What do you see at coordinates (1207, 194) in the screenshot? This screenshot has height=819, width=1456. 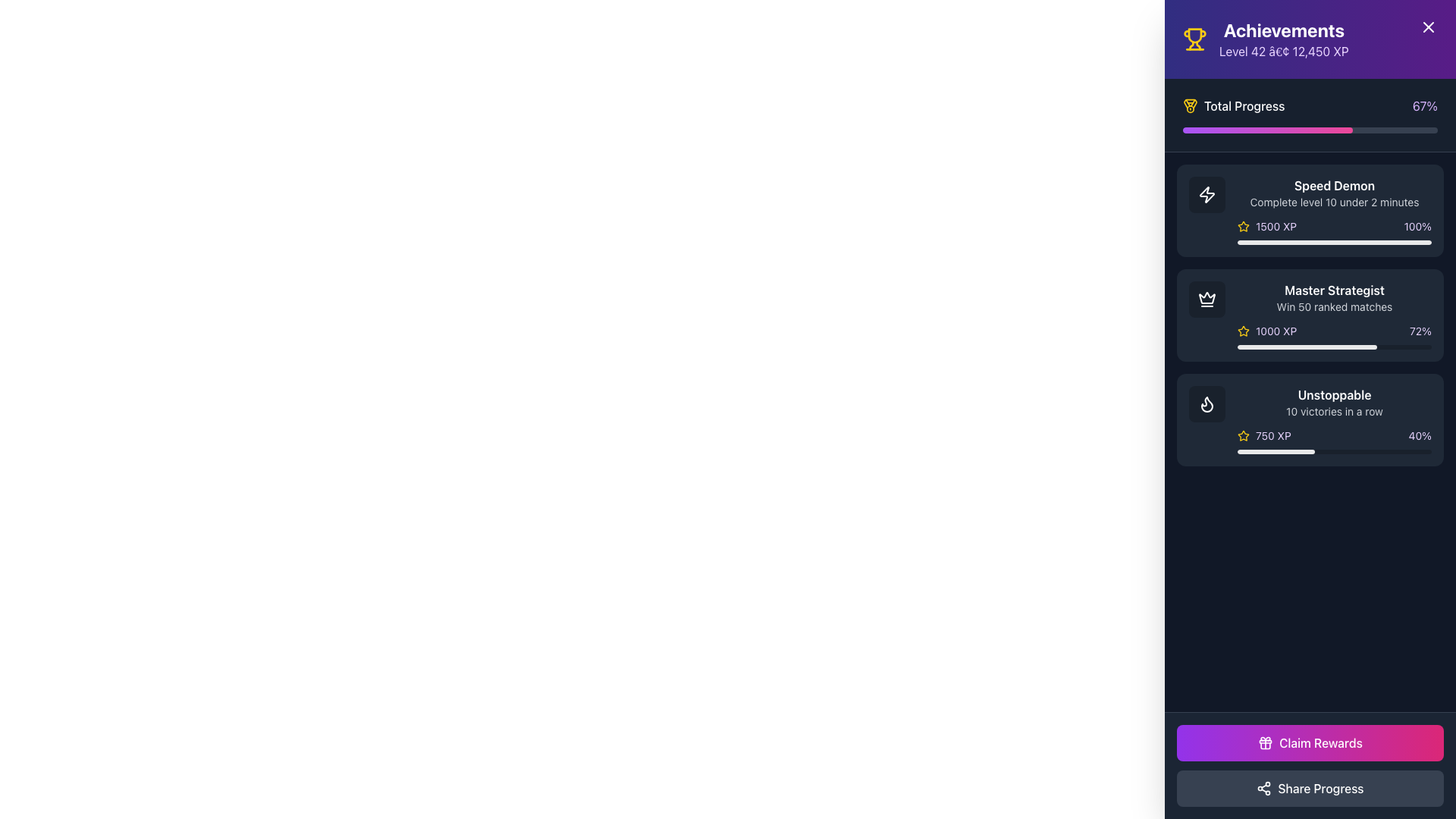 I see `the rounded rectangular icon with a dark background and a white lightning bolt symbol, which is the first icon under 'Speed Demon' in the achievements list` at bounding box center [1207, 194].